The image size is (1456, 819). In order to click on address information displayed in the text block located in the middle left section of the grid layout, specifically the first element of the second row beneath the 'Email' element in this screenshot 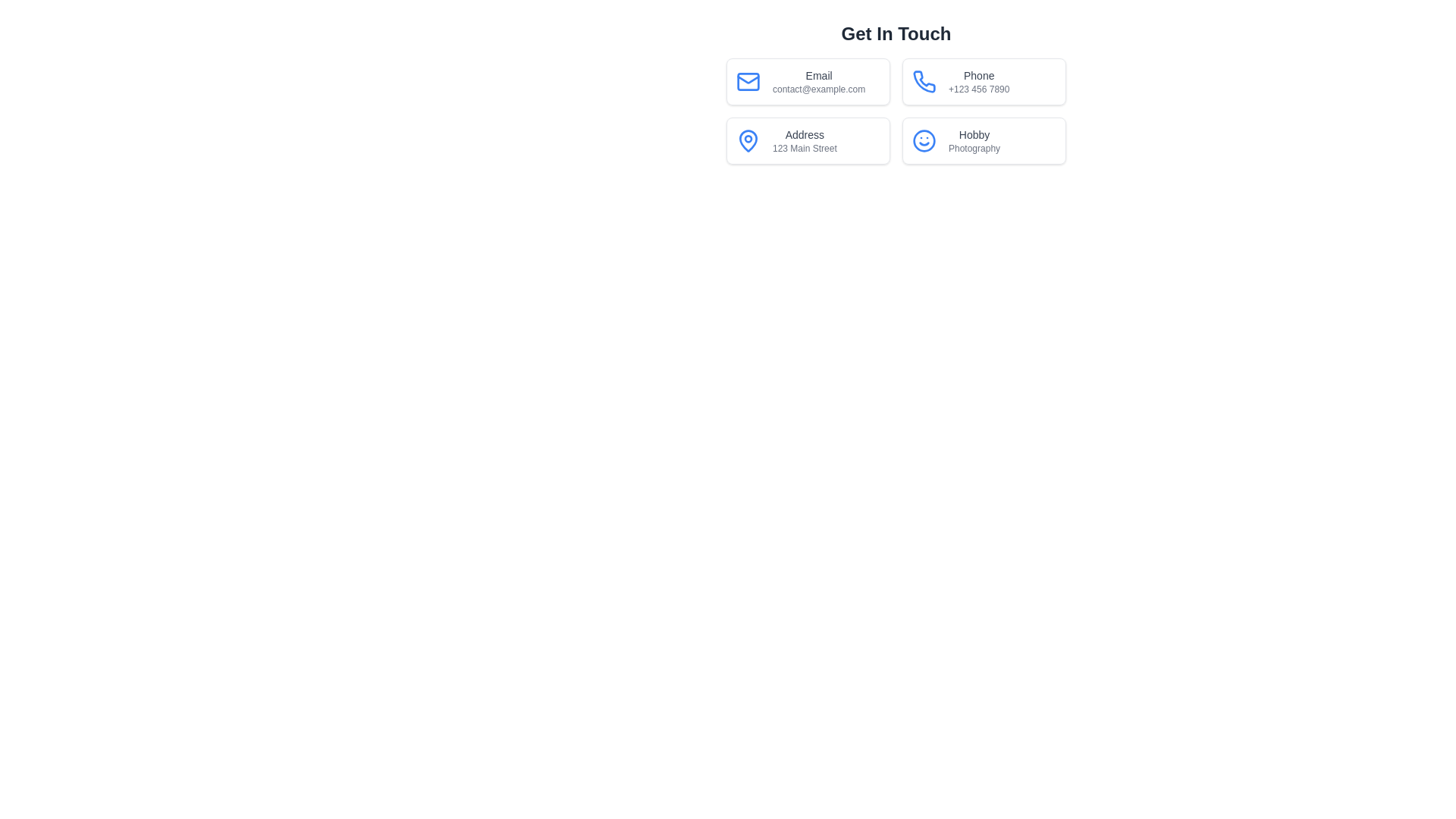, I will do `click(804, 140)`.